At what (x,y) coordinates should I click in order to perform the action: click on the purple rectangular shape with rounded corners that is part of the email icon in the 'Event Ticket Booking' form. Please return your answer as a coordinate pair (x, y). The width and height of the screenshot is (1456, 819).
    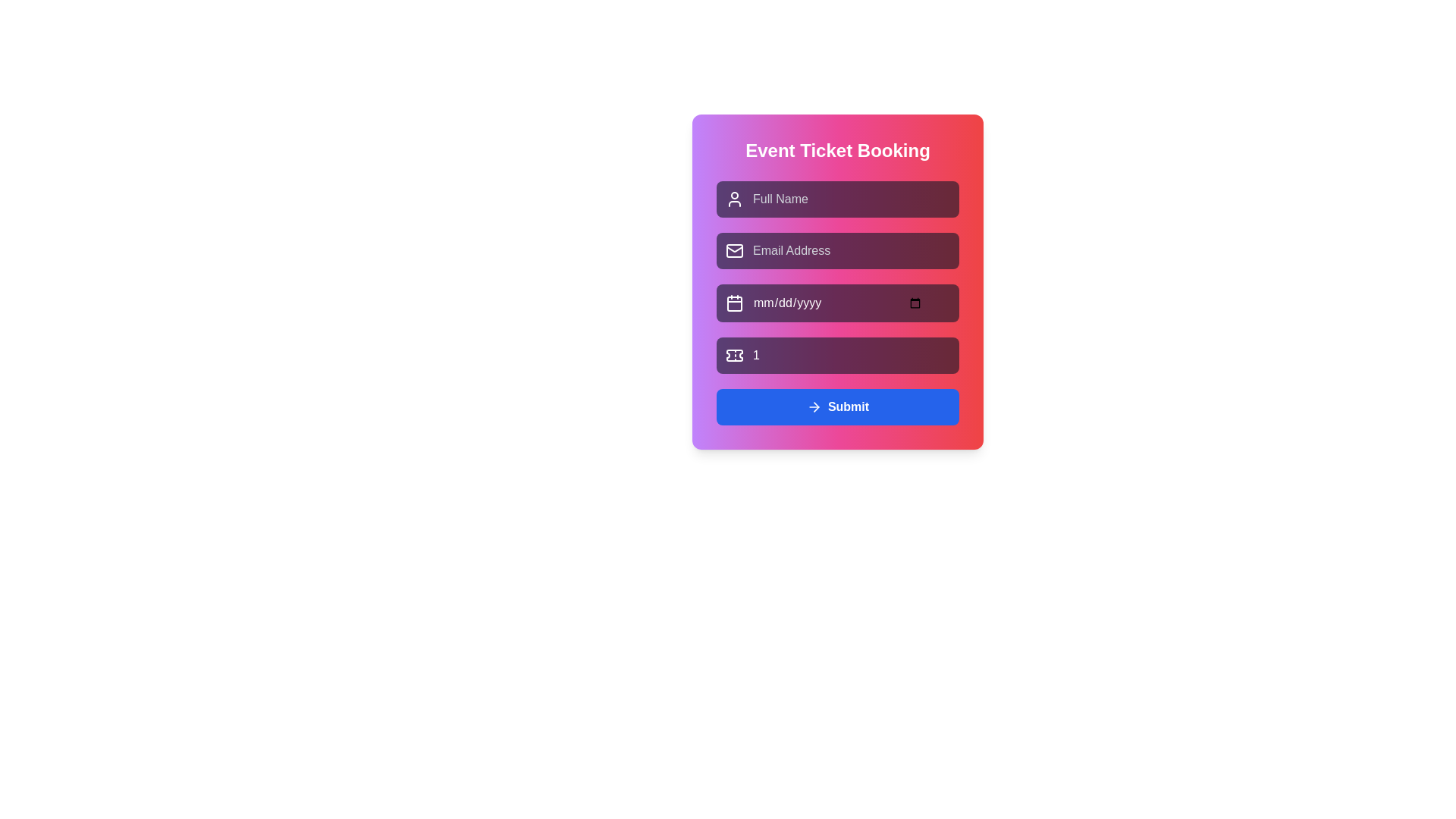
    Looking at the image, I should click on (735, 250).